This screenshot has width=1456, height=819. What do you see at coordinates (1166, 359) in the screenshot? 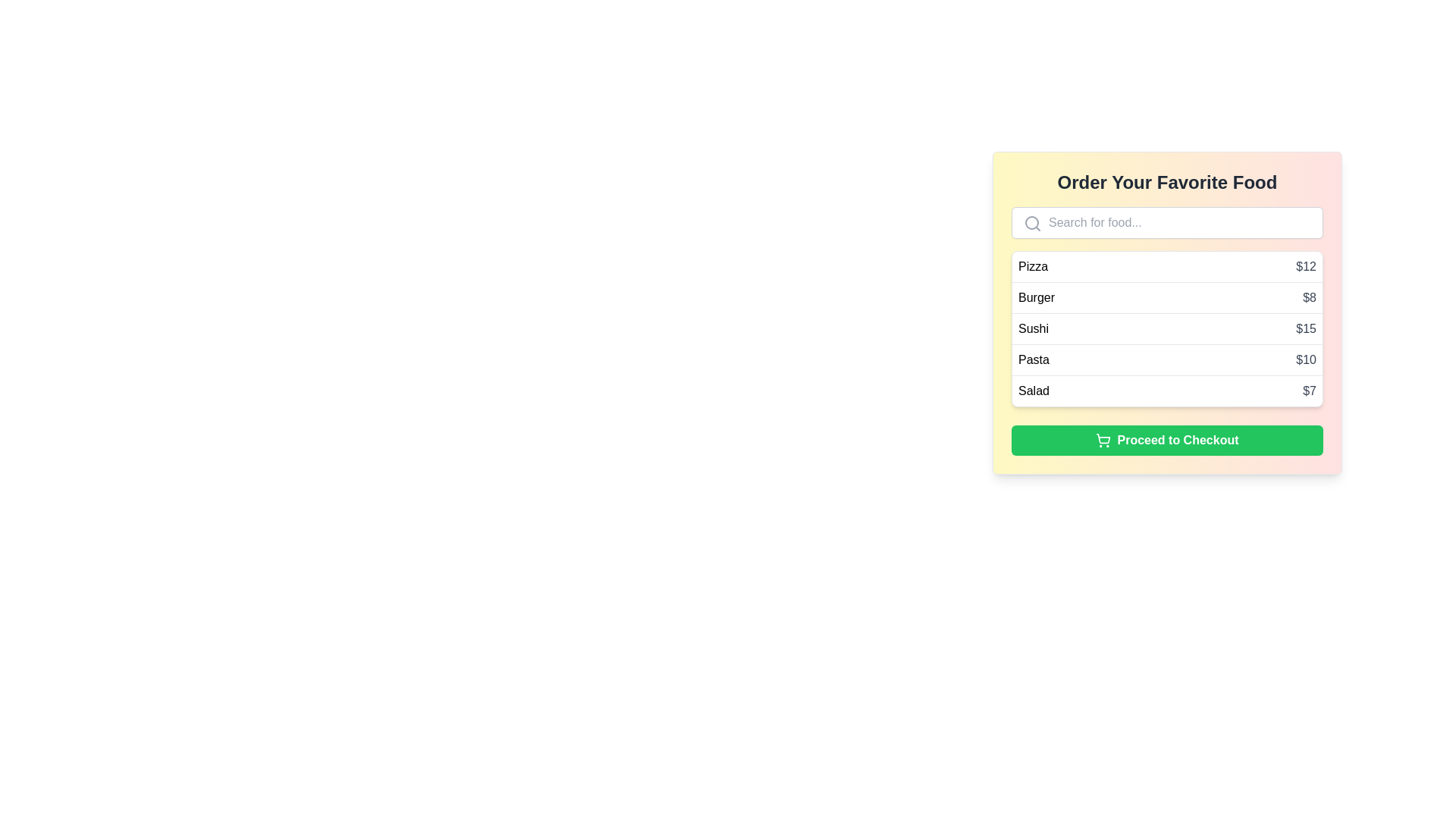
I see `the 'Pasta' list item in the food ordering list` at bounding box center [1166, 359].